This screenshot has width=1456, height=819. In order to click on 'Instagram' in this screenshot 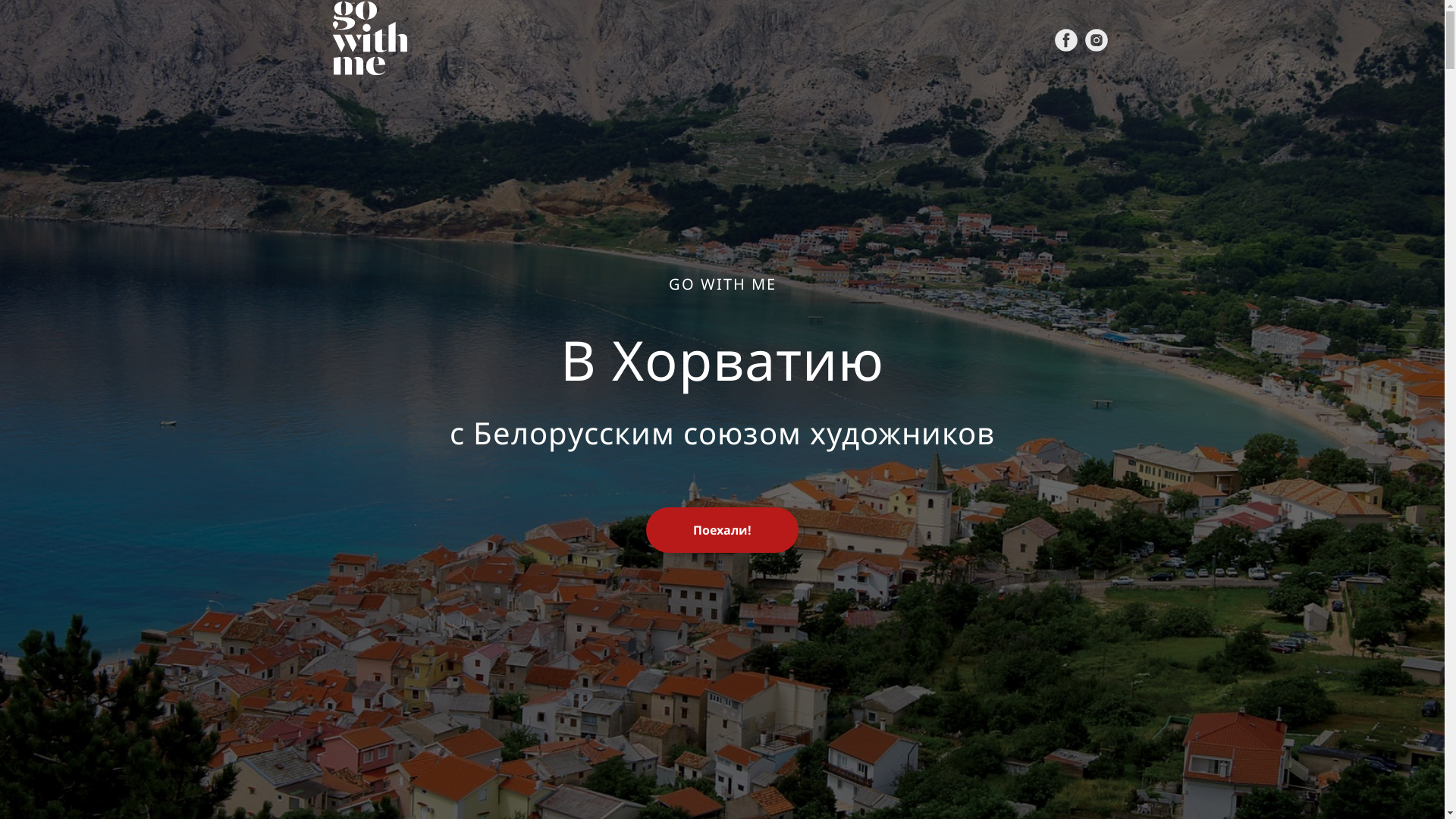, I will do `click(1096, 39)`.